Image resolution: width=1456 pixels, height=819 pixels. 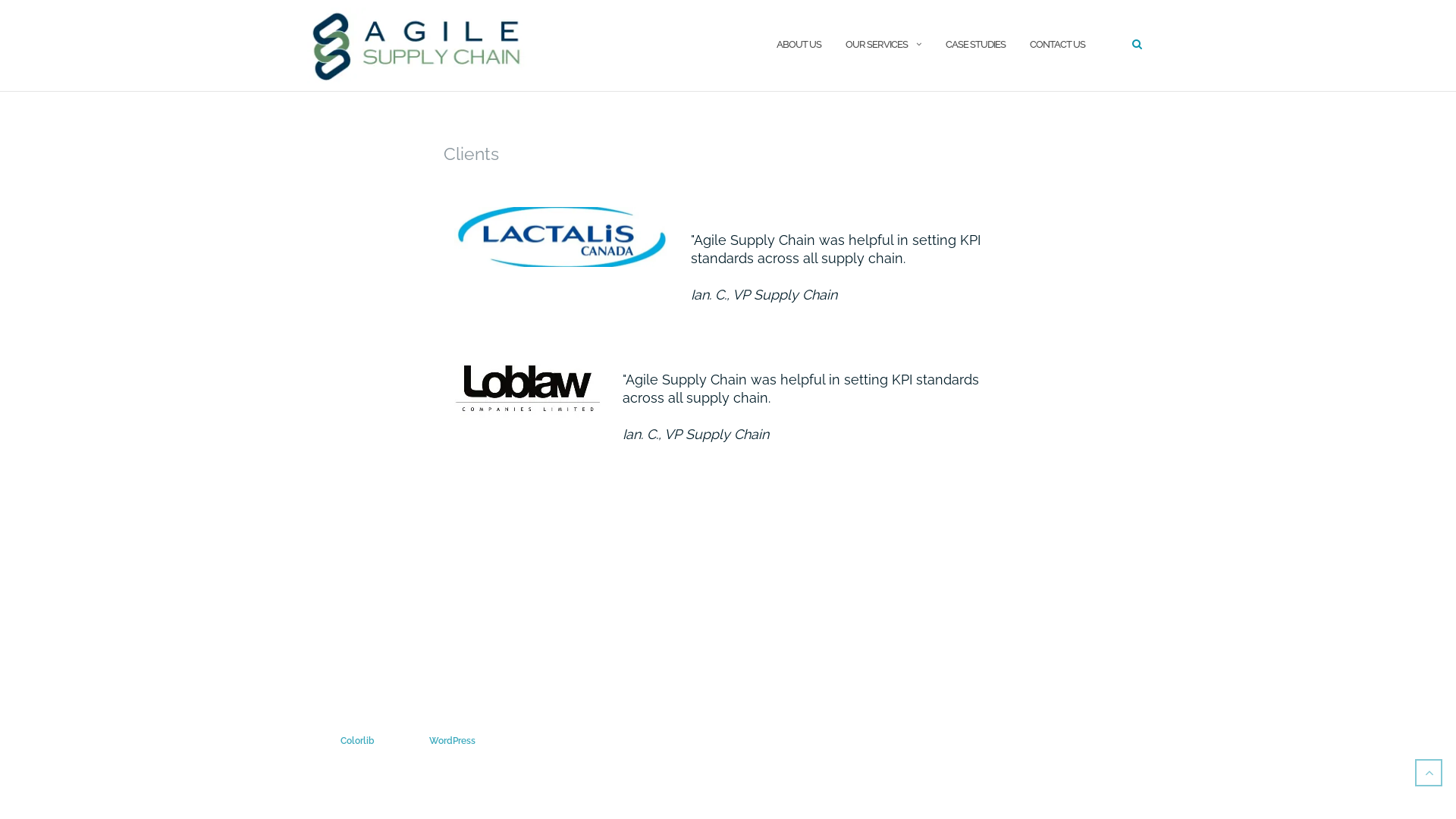 I want to click on 'WordPress', so click(x=428, y=739).